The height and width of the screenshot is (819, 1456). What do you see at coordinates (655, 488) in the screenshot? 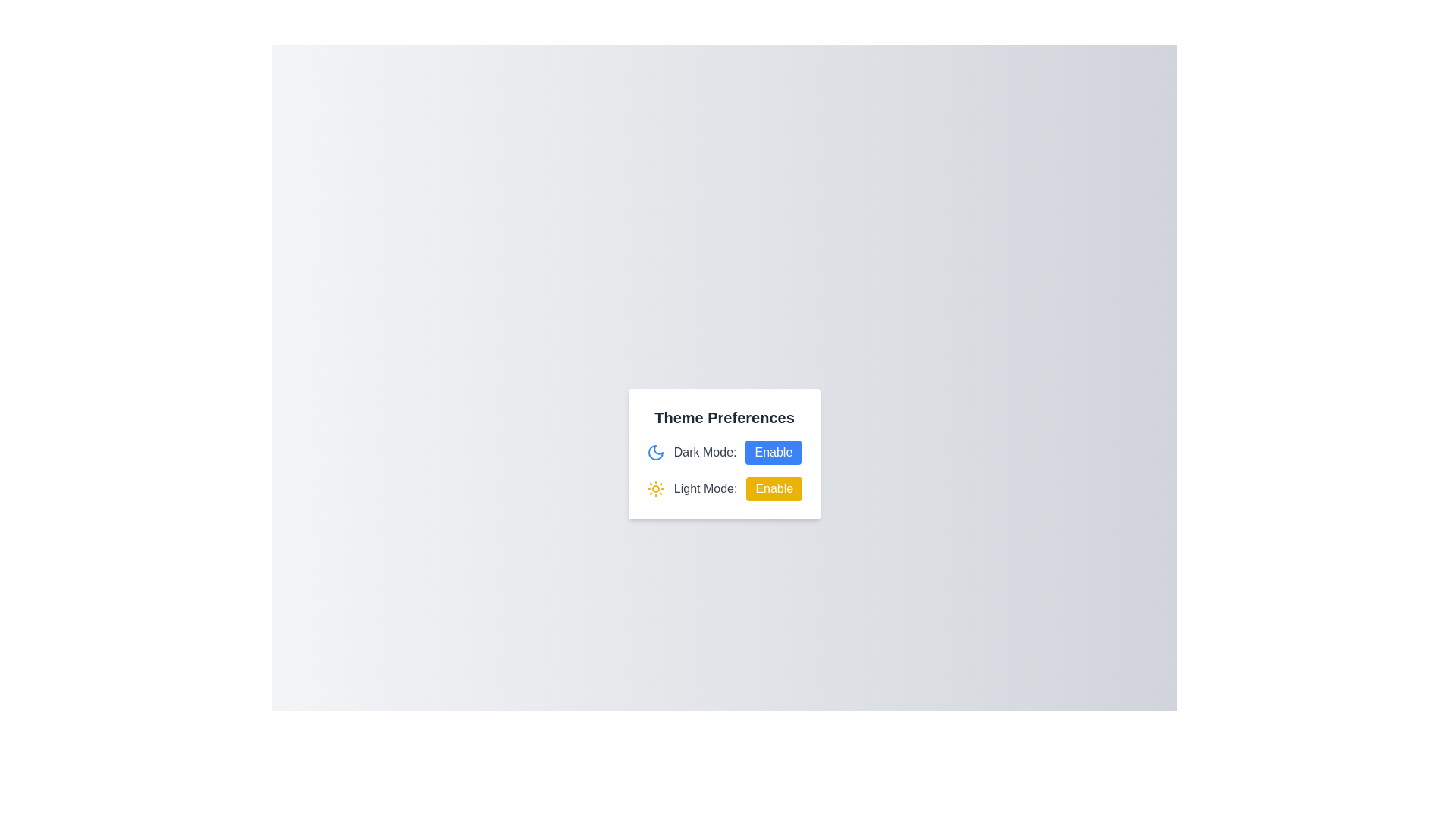
I see `the bright yellow sun icon located next to the 'Light Mode:' text in the Theme Preferences section` at bounding box center [655, 488].